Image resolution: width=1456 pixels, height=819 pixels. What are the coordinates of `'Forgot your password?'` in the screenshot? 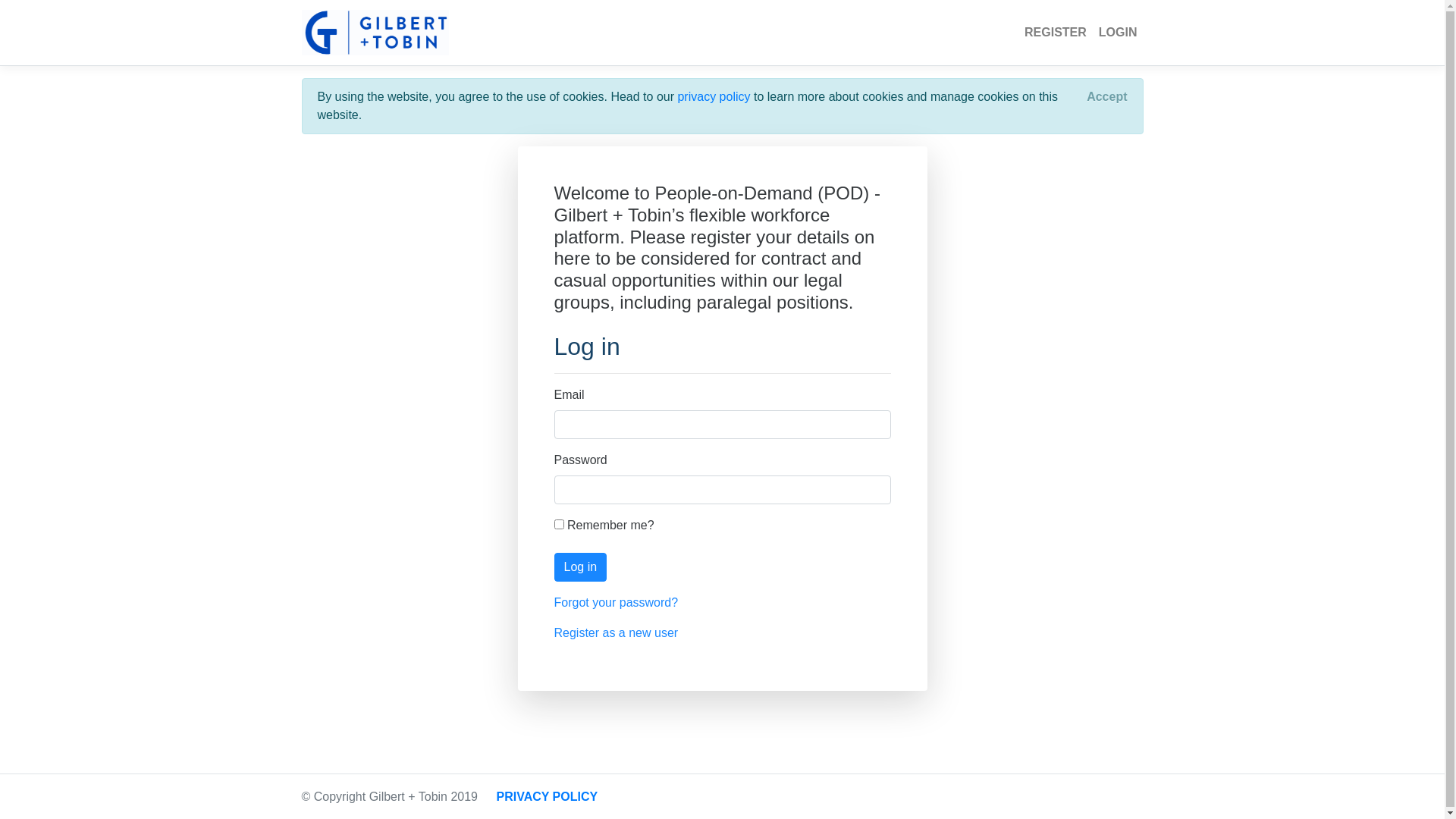 It's located at (552, 601).